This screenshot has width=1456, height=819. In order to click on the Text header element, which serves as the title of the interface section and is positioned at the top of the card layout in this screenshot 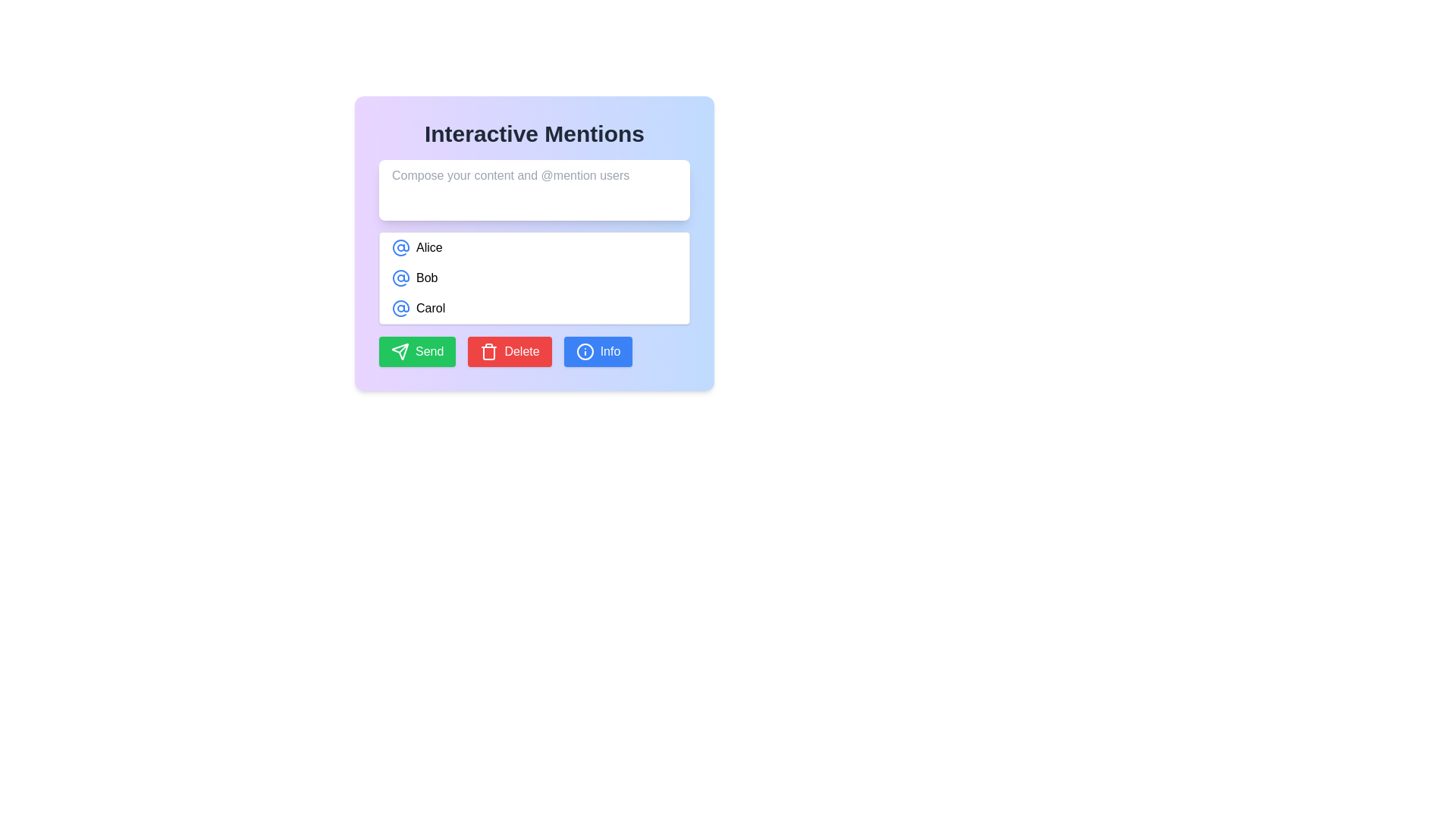, I will do `click(535, 133)`.